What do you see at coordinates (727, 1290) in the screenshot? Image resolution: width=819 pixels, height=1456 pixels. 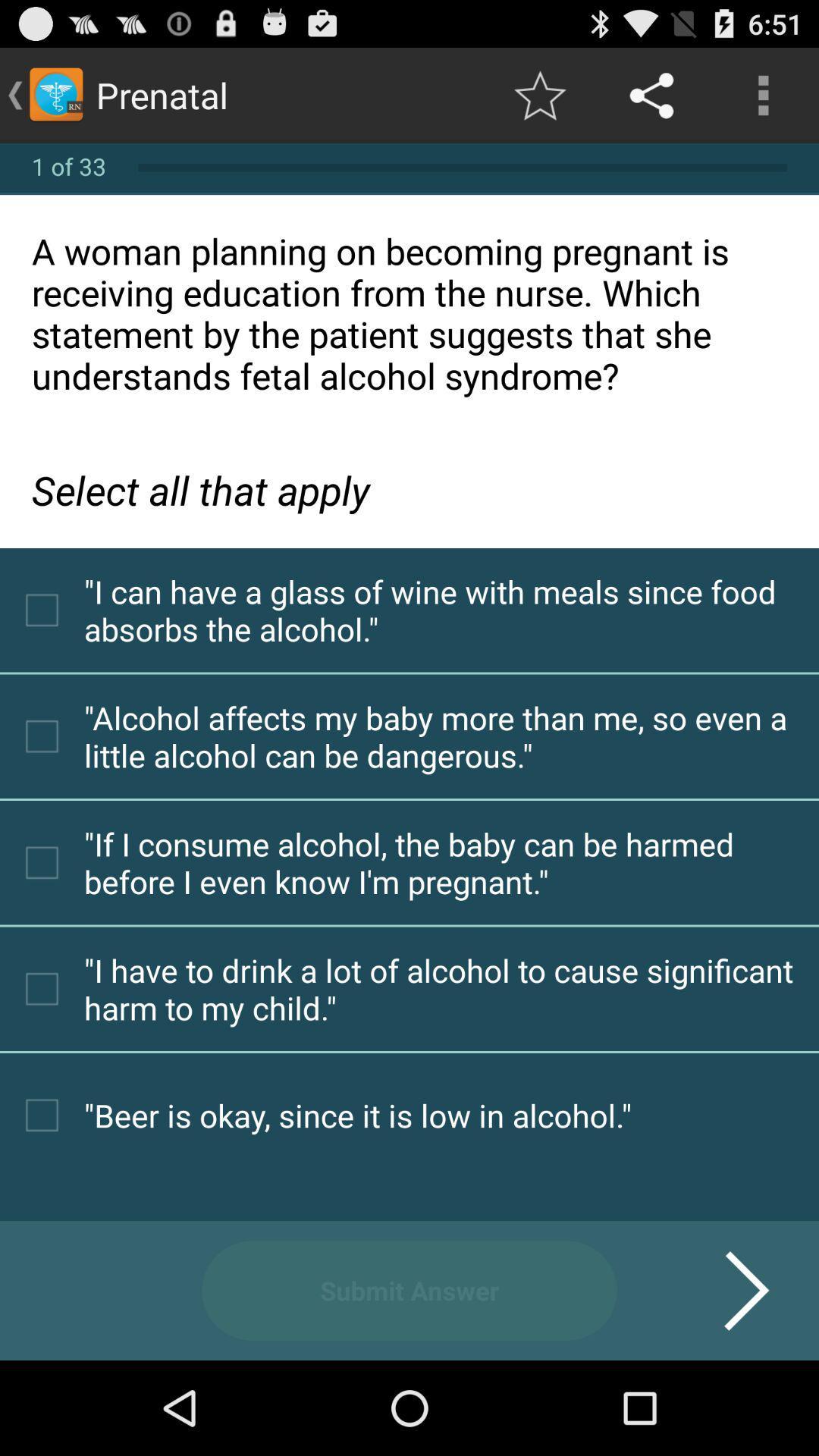 I see `item to the right of submit answer` at bounding box center [727, 1290].